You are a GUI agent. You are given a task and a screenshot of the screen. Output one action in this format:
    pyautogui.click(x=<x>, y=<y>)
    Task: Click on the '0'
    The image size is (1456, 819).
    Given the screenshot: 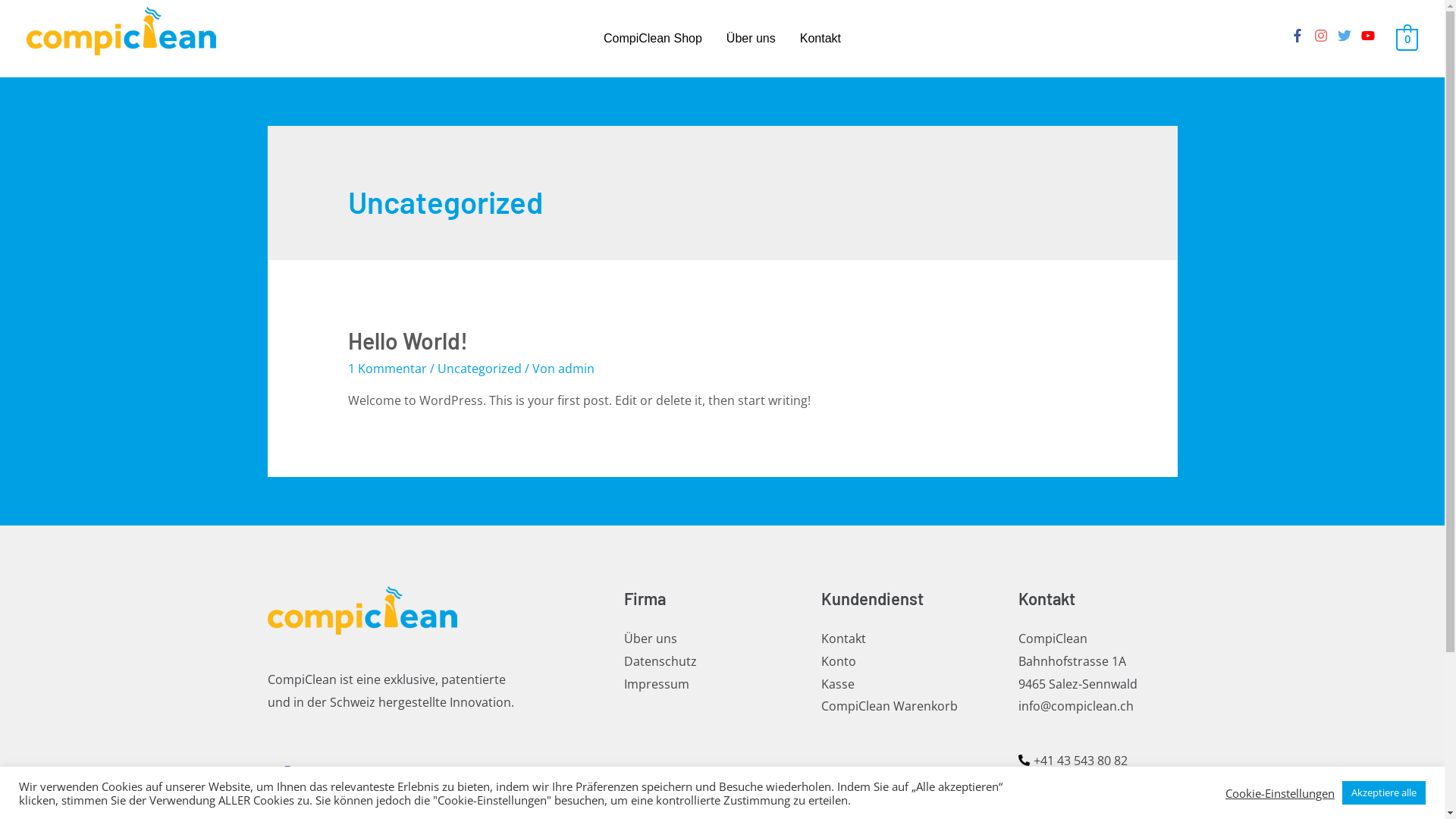 What is the action you would take?
    pyautogui.click(x=1406, y=37)
    